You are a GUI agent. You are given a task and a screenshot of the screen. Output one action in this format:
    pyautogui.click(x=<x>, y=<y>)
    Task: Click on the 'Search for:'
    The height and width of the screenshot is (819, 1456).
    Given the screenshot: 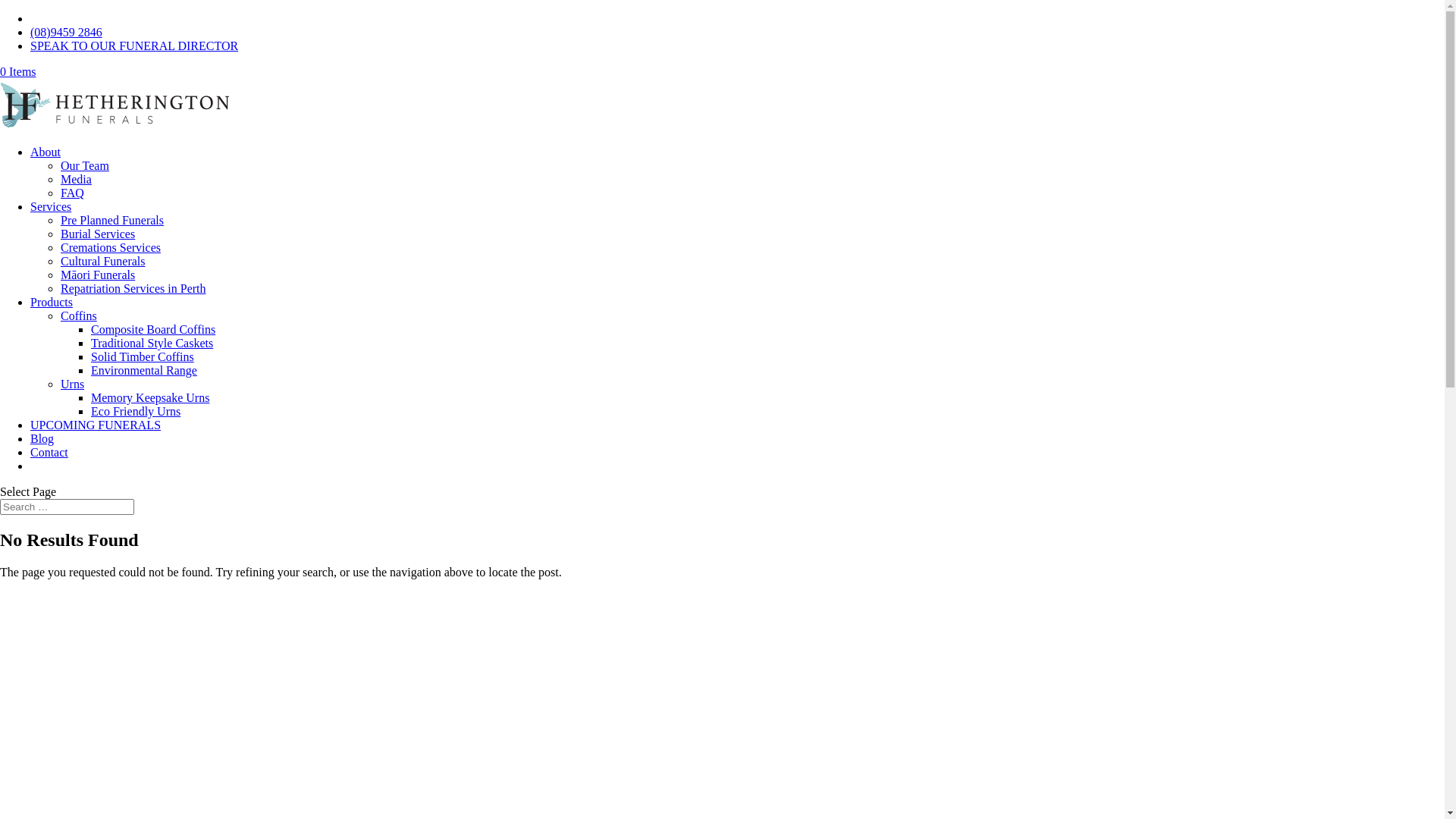 What is the action you would take?
    pyautogui.click(x=66, y=507)
    